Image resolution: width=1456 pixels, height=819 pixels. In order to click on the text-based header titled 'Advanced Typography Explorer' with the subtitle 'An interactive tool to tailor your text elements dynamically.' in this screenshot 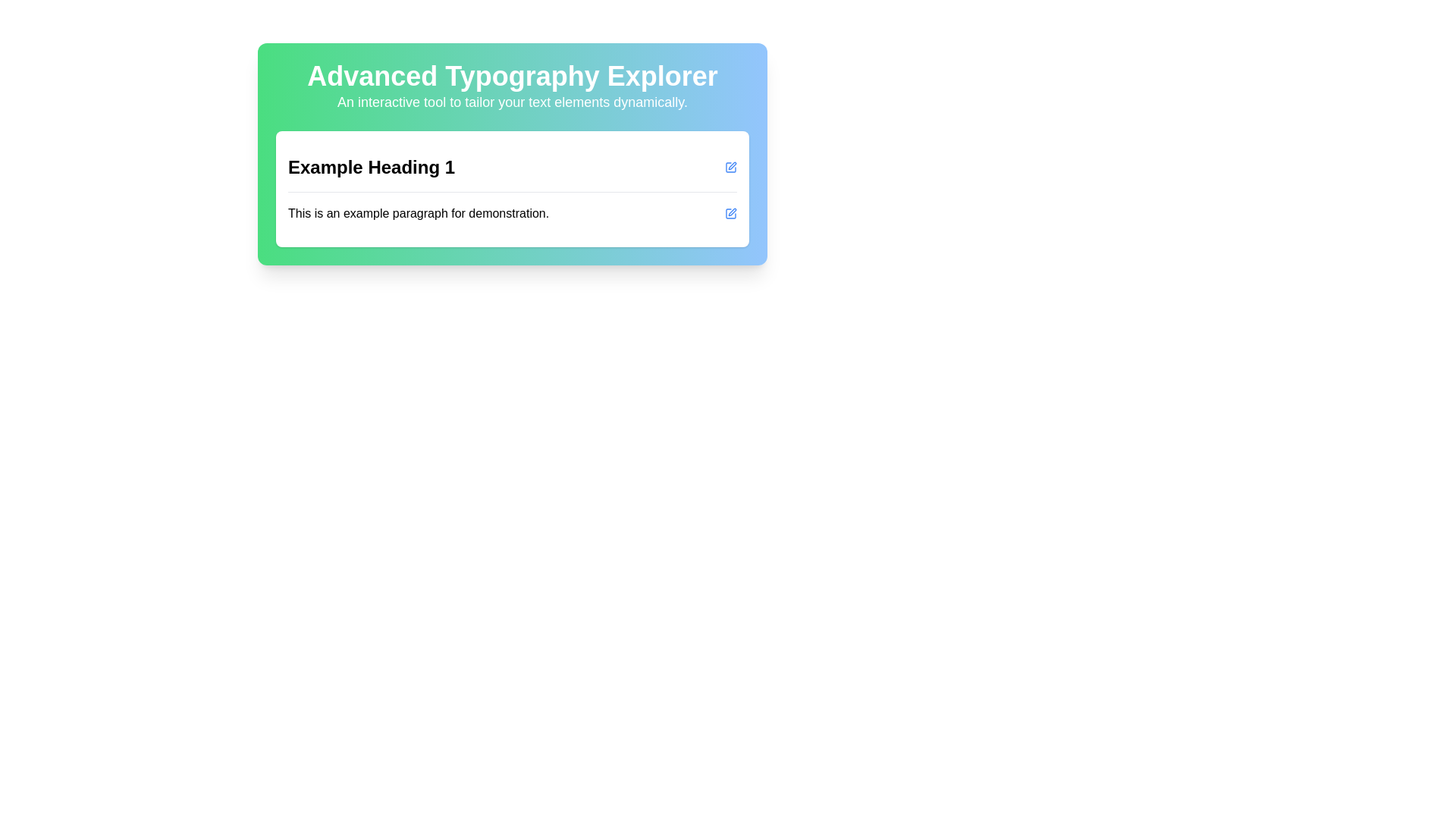, I will do `click(513, 87)`.